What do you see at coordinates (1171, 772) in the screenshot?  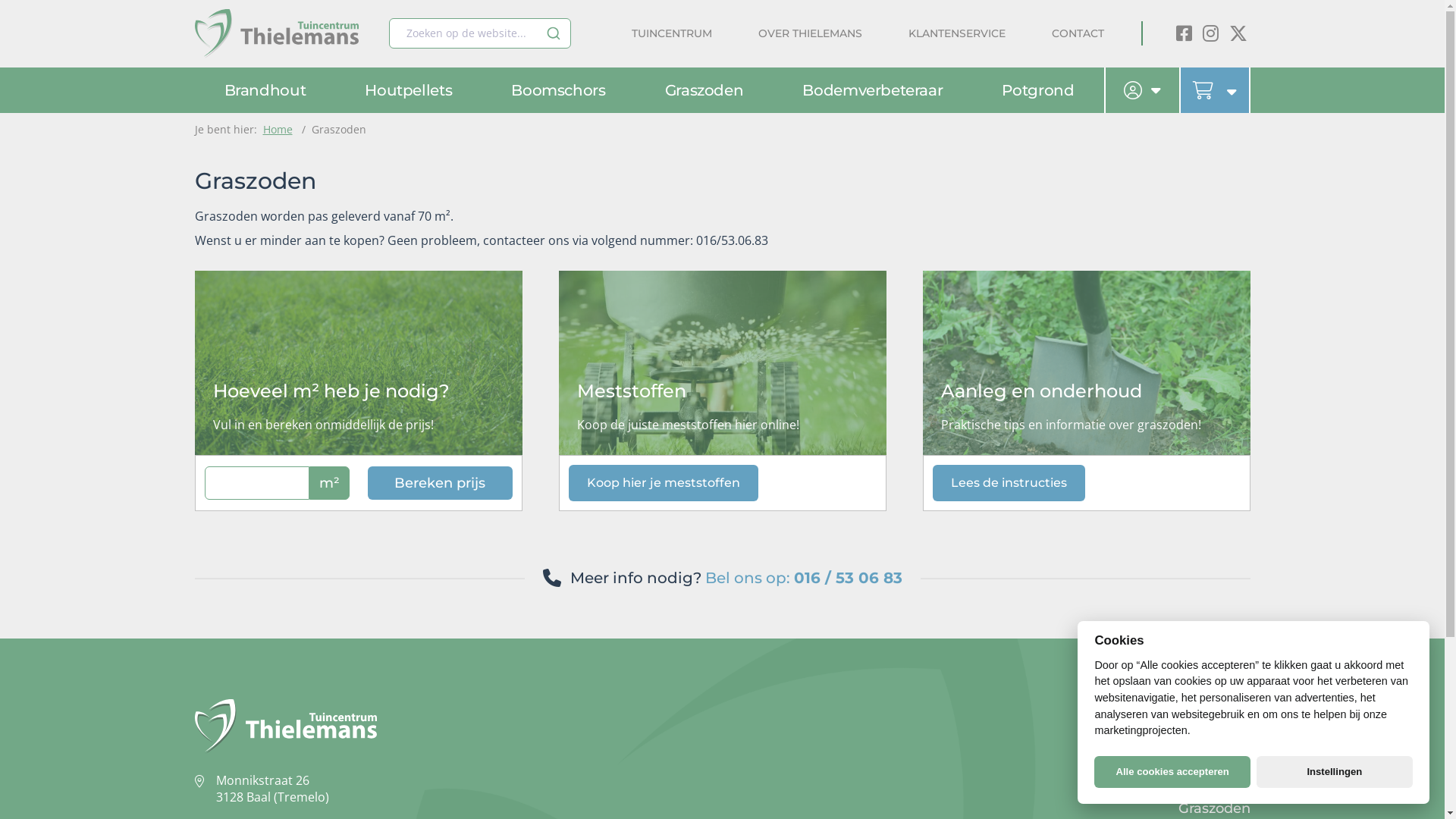 I see `'Alle cookies accepteren'` at bounding box center [1171, 772].